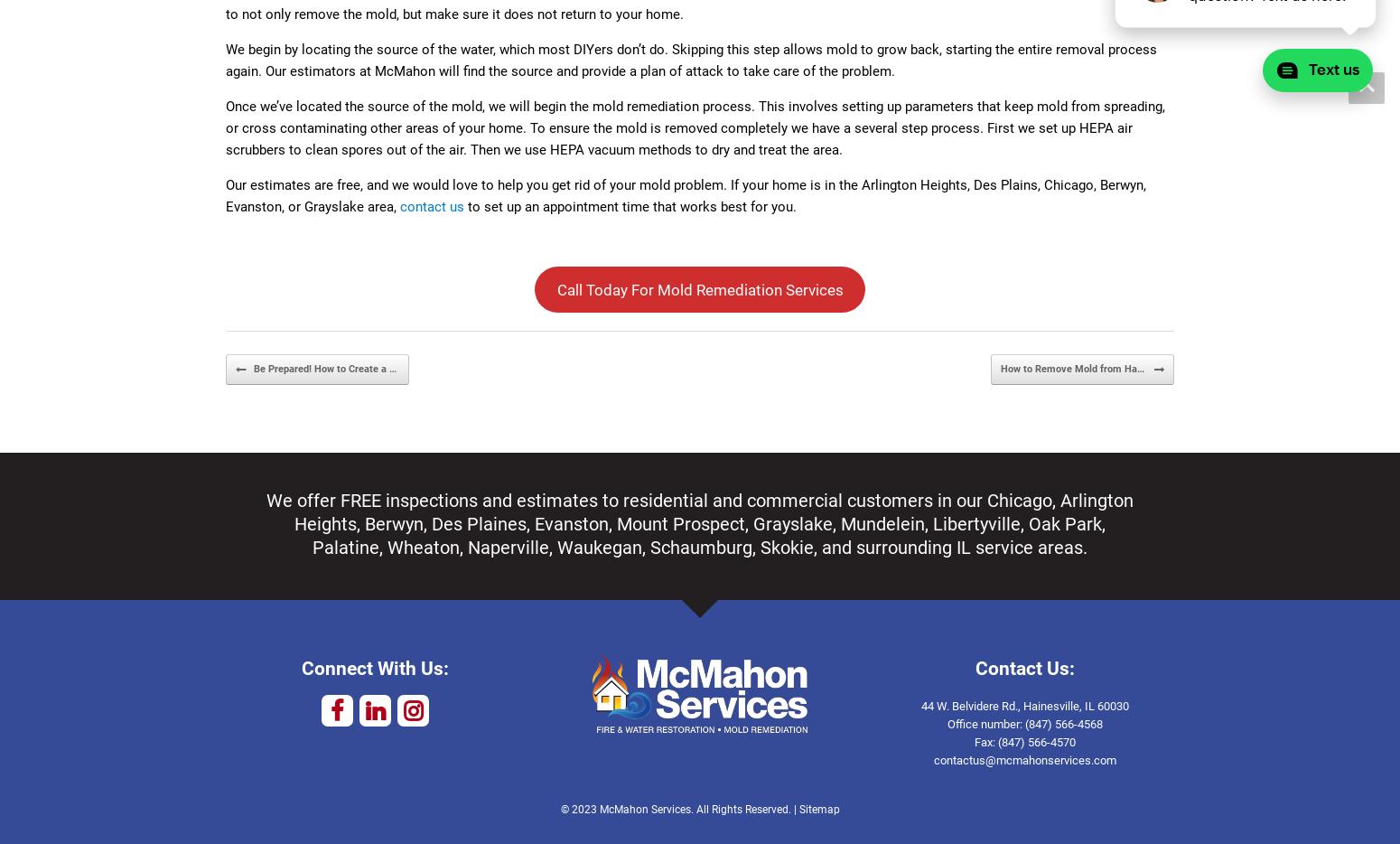  Describe the element at coordinates (985, 724) in the screenshot. I see `'Office number:'` at that location.